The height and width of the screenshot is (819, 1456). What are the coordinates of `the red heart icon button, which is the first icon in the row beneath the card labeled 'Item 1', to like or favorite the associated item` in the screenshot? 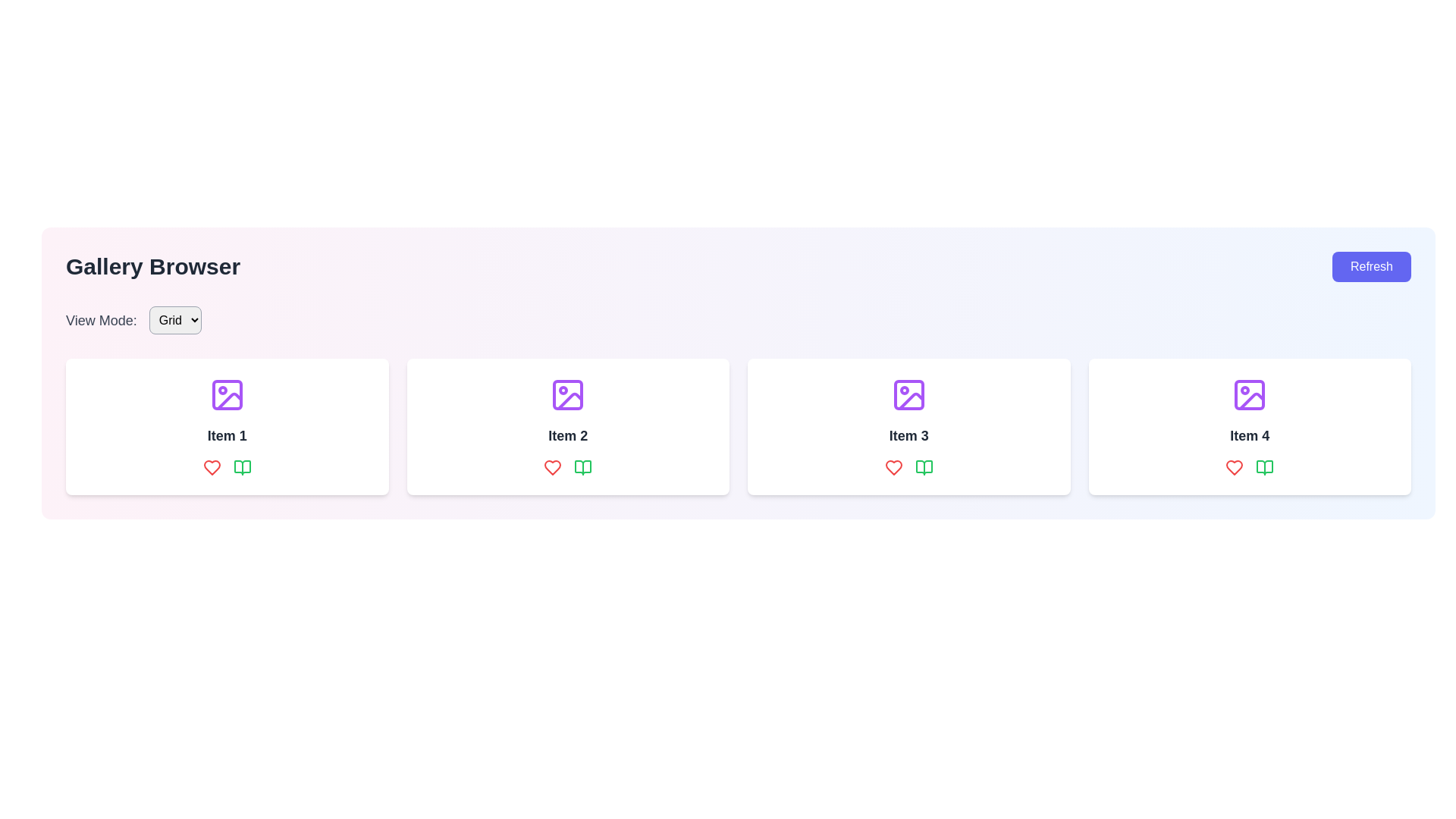 It's located at (211, 467).